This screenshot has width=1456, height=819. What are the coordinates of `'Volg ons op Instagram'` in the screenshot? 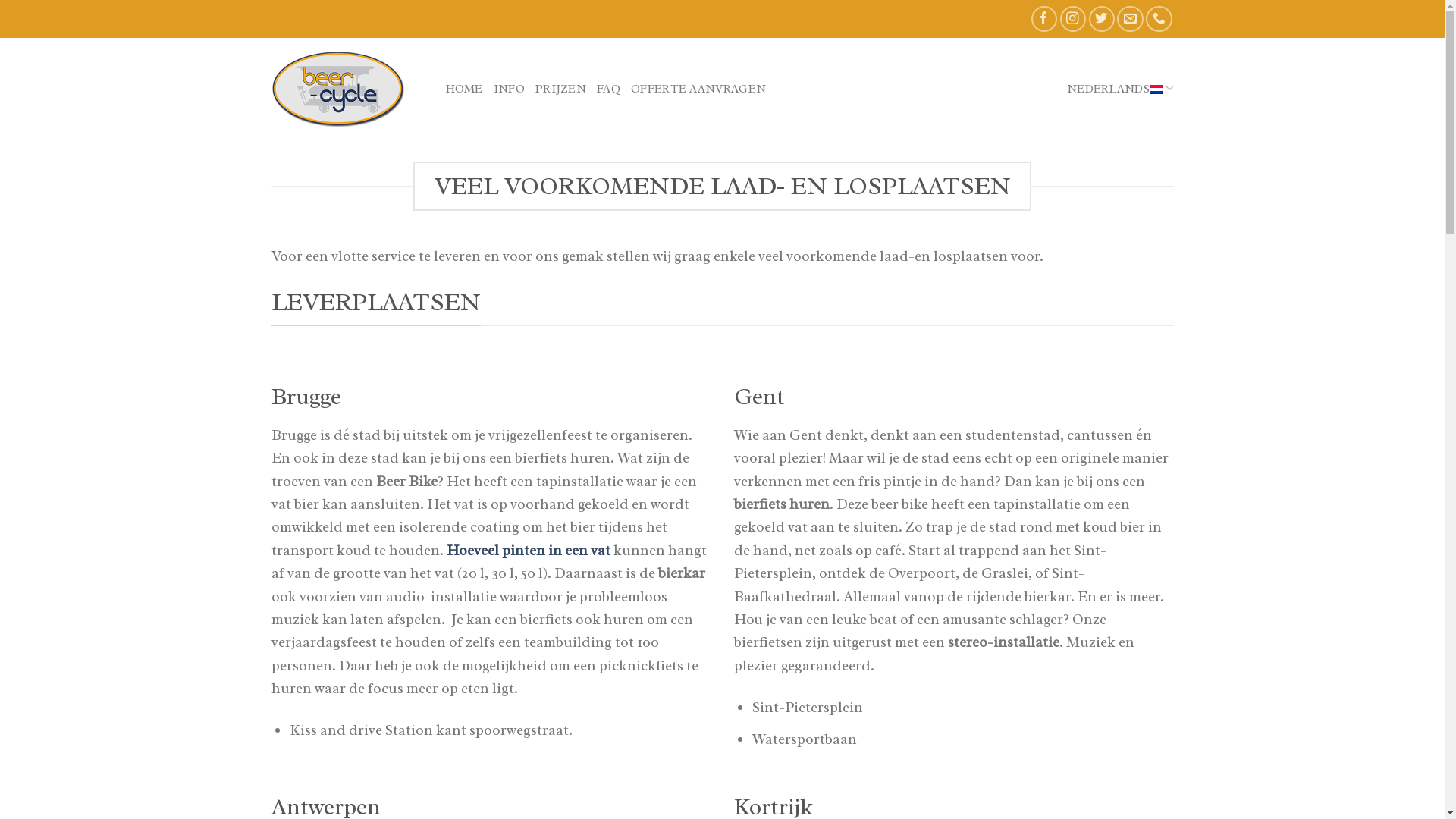 It's located at (1072, 19).